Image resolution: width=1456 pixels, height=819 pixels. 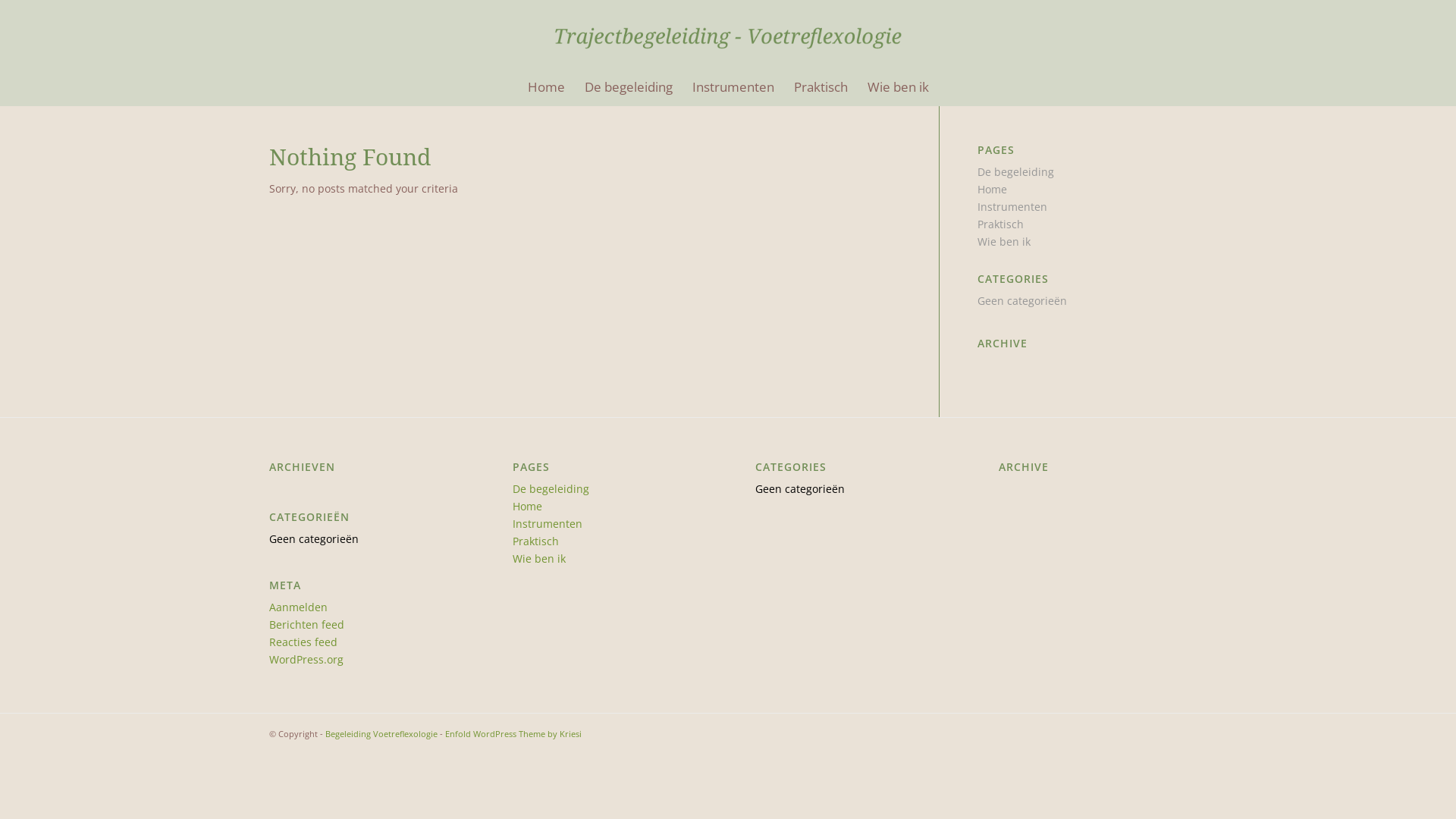 What do you see at coordinates (306, 624) in the screenshot?
I see `'Berichten feed'` at bounding box center [306, 624].